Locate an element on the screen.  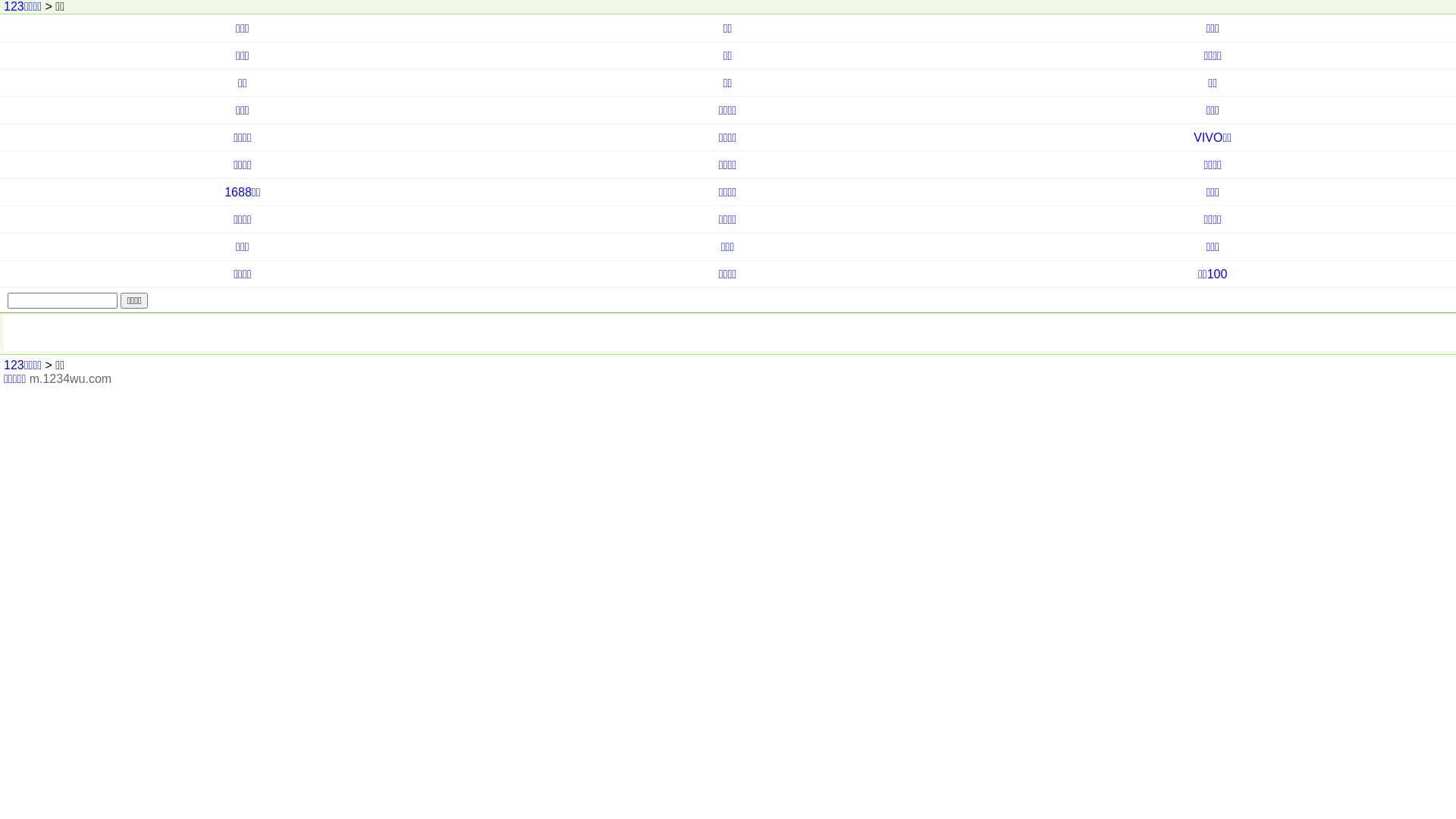
'm.1234wu.com' is located at coordinates (70, 378).